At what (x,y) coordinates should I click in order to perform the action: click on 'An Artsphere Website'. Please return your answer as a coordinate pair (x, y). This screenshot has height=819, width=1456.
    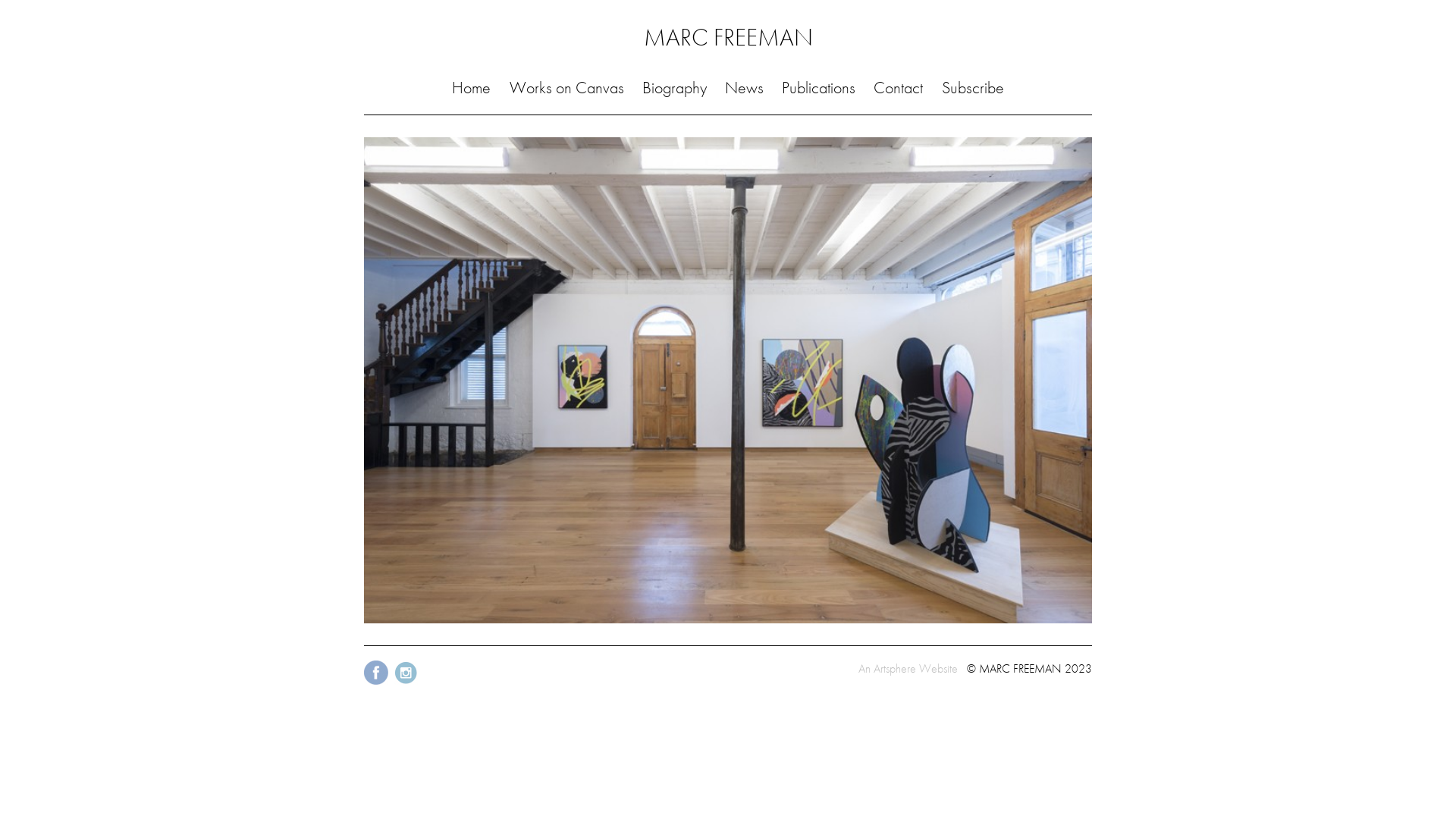
    Looking at the image, I should click on (858, 667).